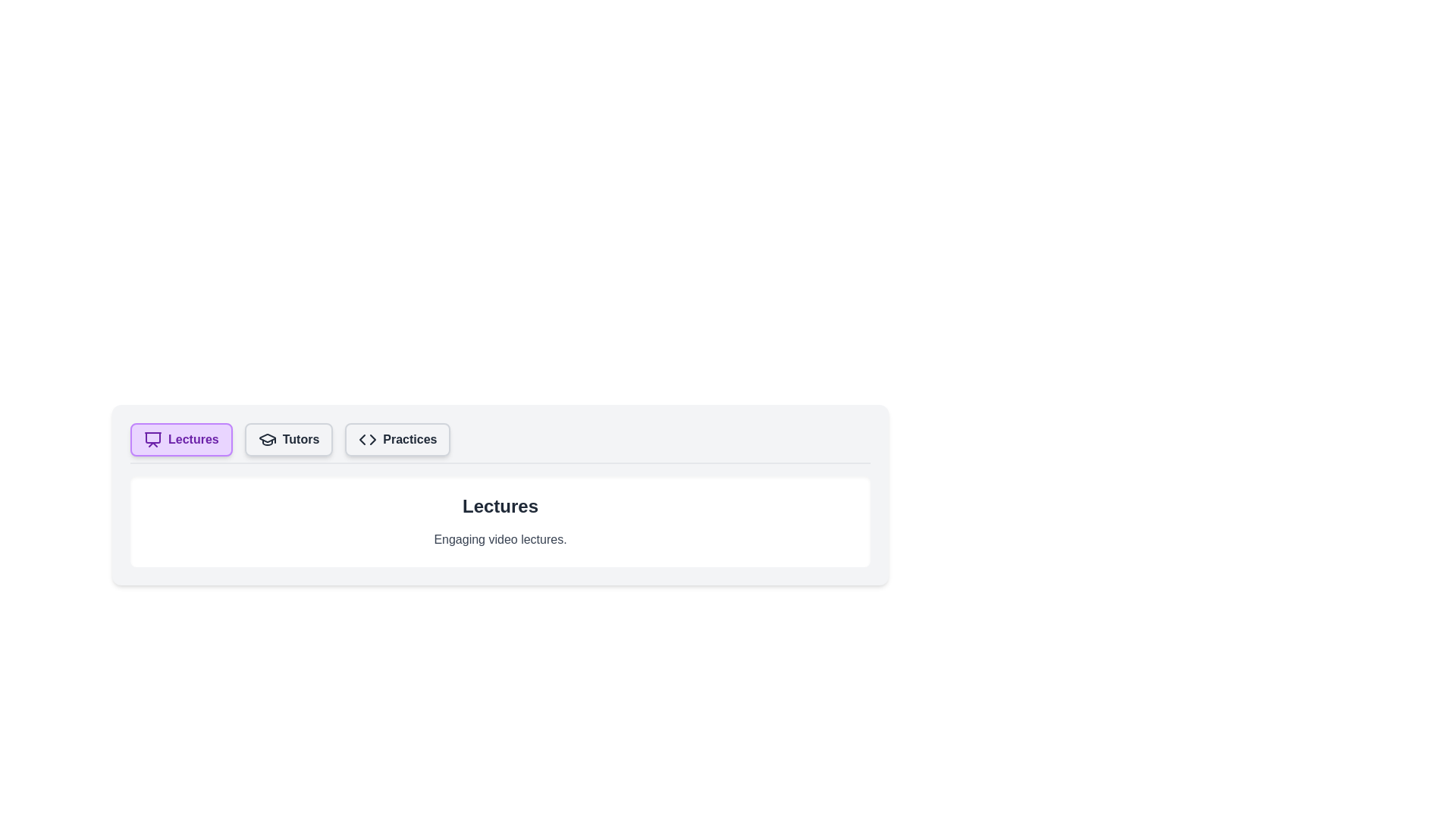 The width and height of the screenshot is (1456, 819). What do you see at coordinates (288, 439) in the screenshot?
I see `the 'Tutors' button, which is the second tab among three` at bounding box center [288, 439].